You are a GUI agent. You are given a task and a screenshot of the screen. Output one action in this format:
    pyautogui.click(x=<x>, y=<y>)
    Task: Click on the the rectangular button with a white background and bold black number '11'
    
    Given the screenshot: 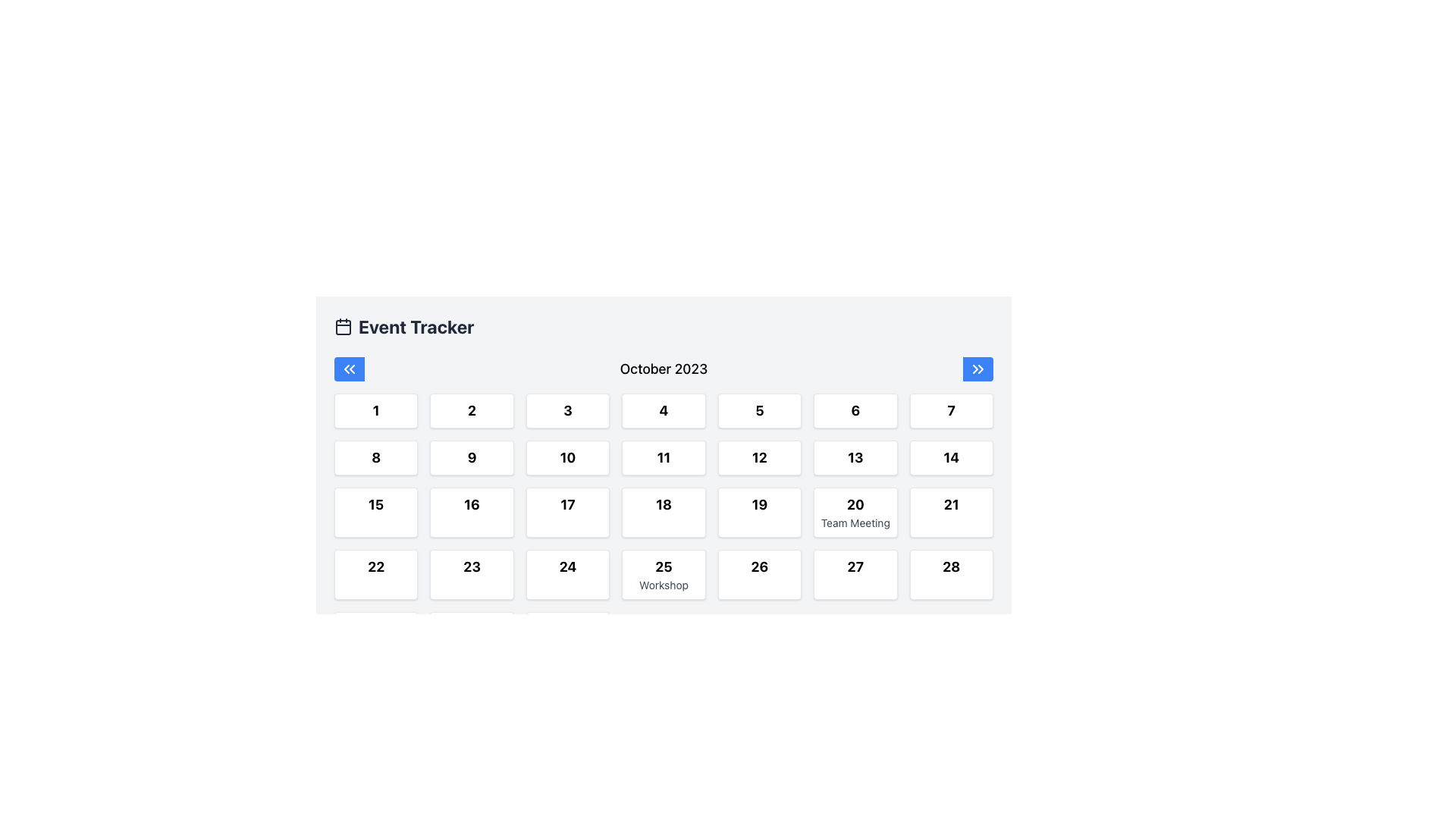 What is the action you would take?
    pyautogui.click(x=664, y=457)
    